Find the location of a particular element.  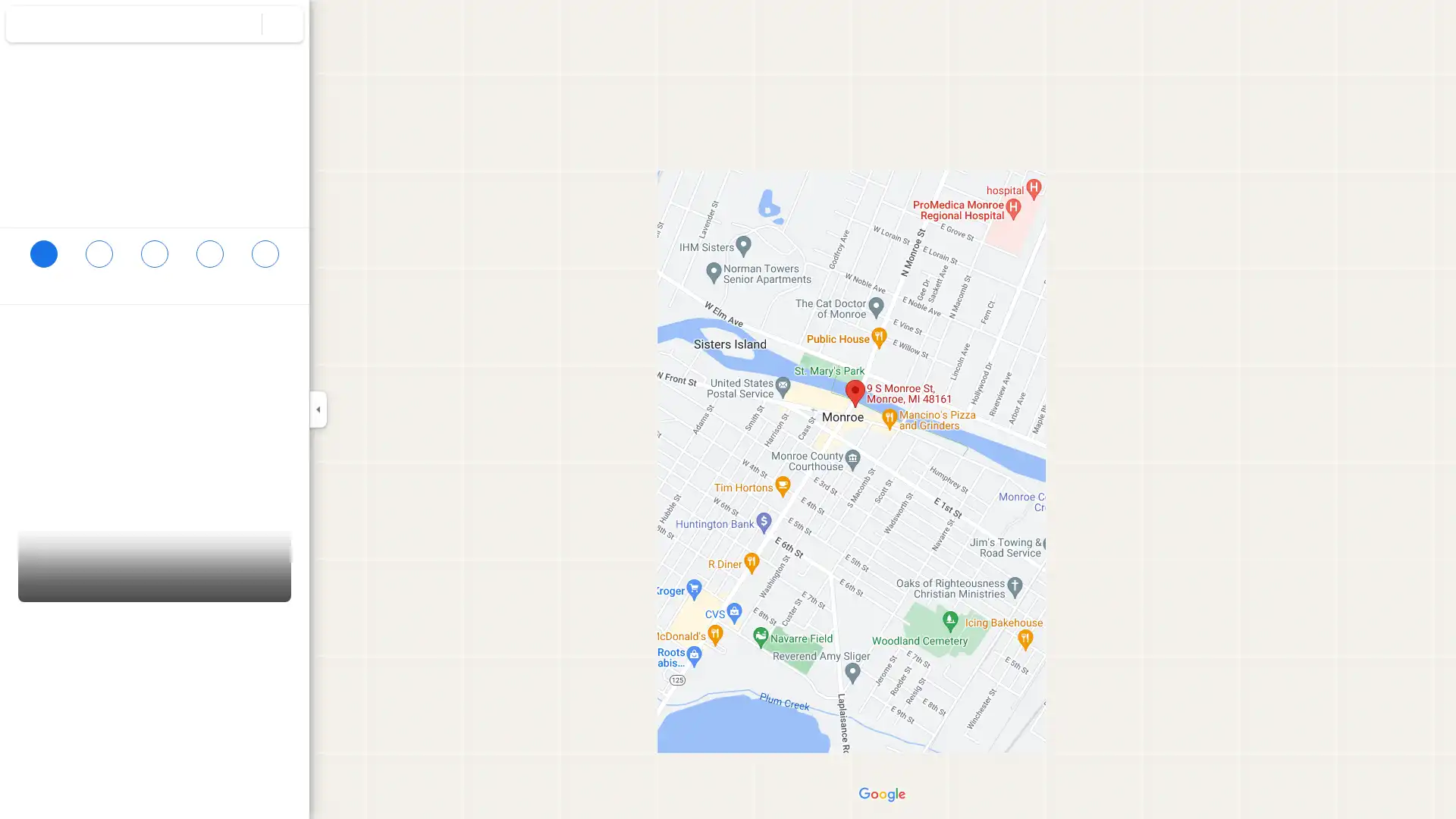

Learn more about plus codes is located at coordinates (290, 362).